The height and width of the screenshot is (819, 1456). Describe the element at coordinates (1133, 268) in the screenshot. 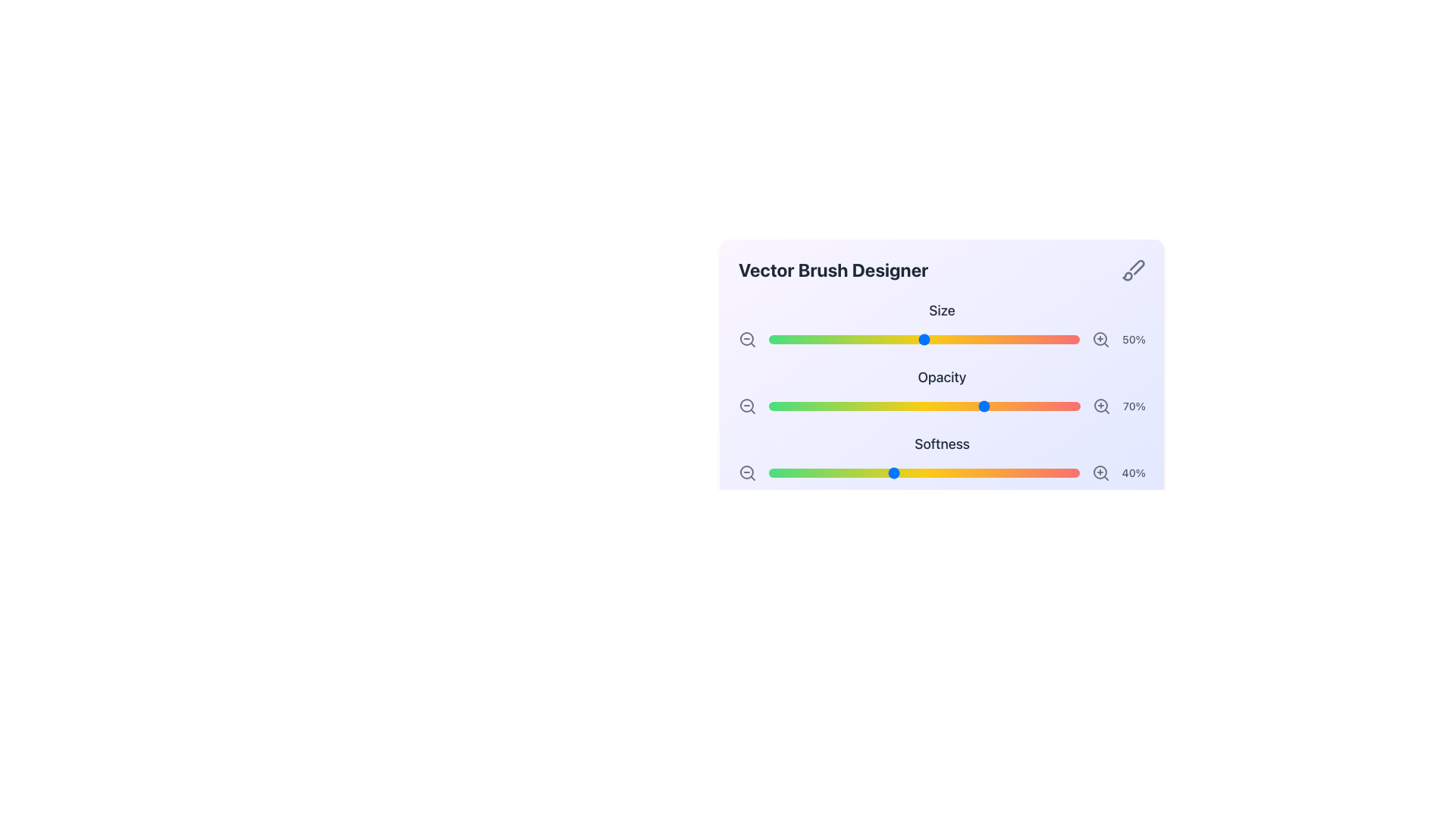

I see `the gray brush icon located` at that location.